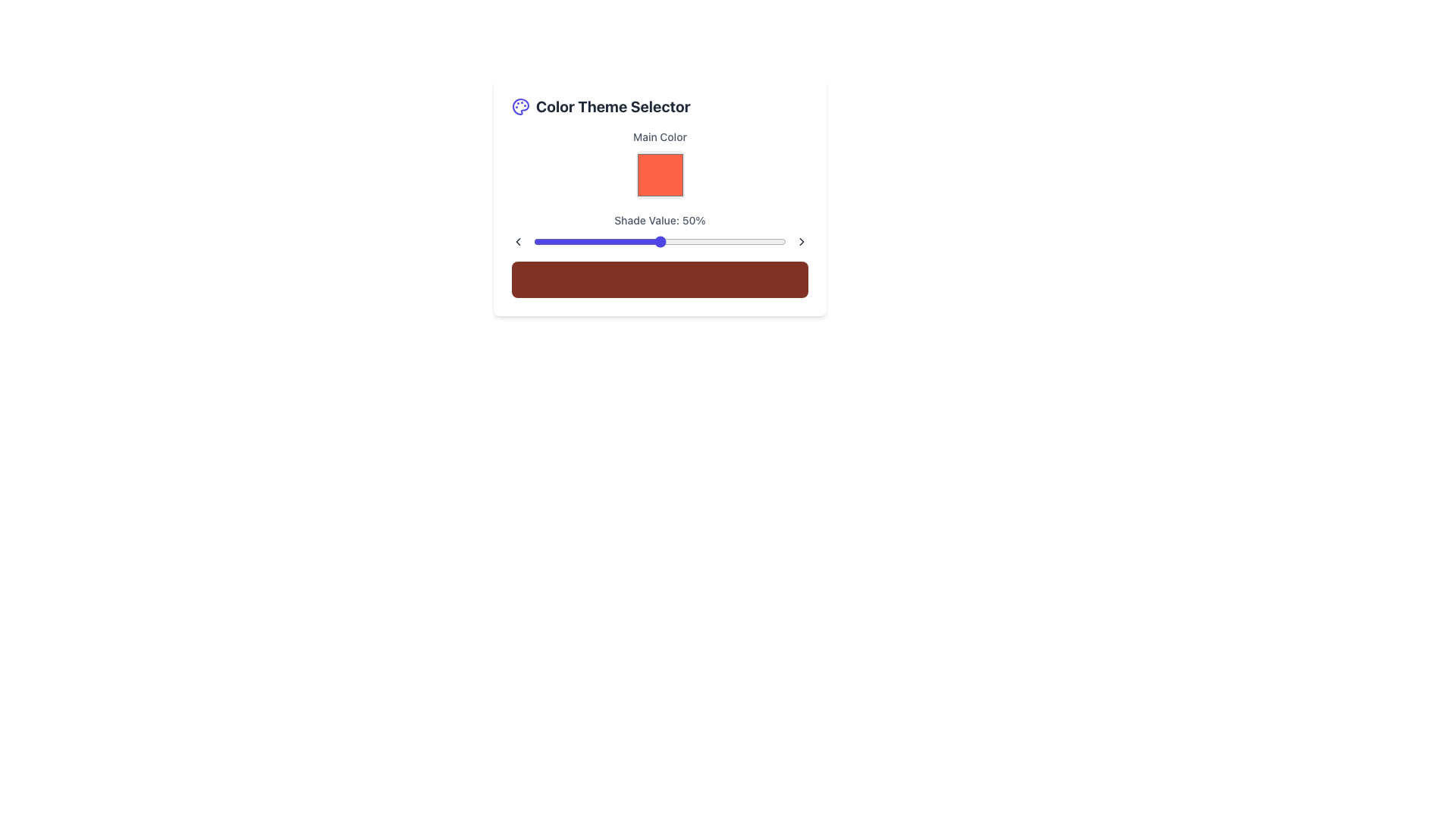 The height and width of the screenshot is (819, 1456). What do you see at coordinates (662, 241) in the screenshot?
I see `the shade value` at bounding box center [662, 241].